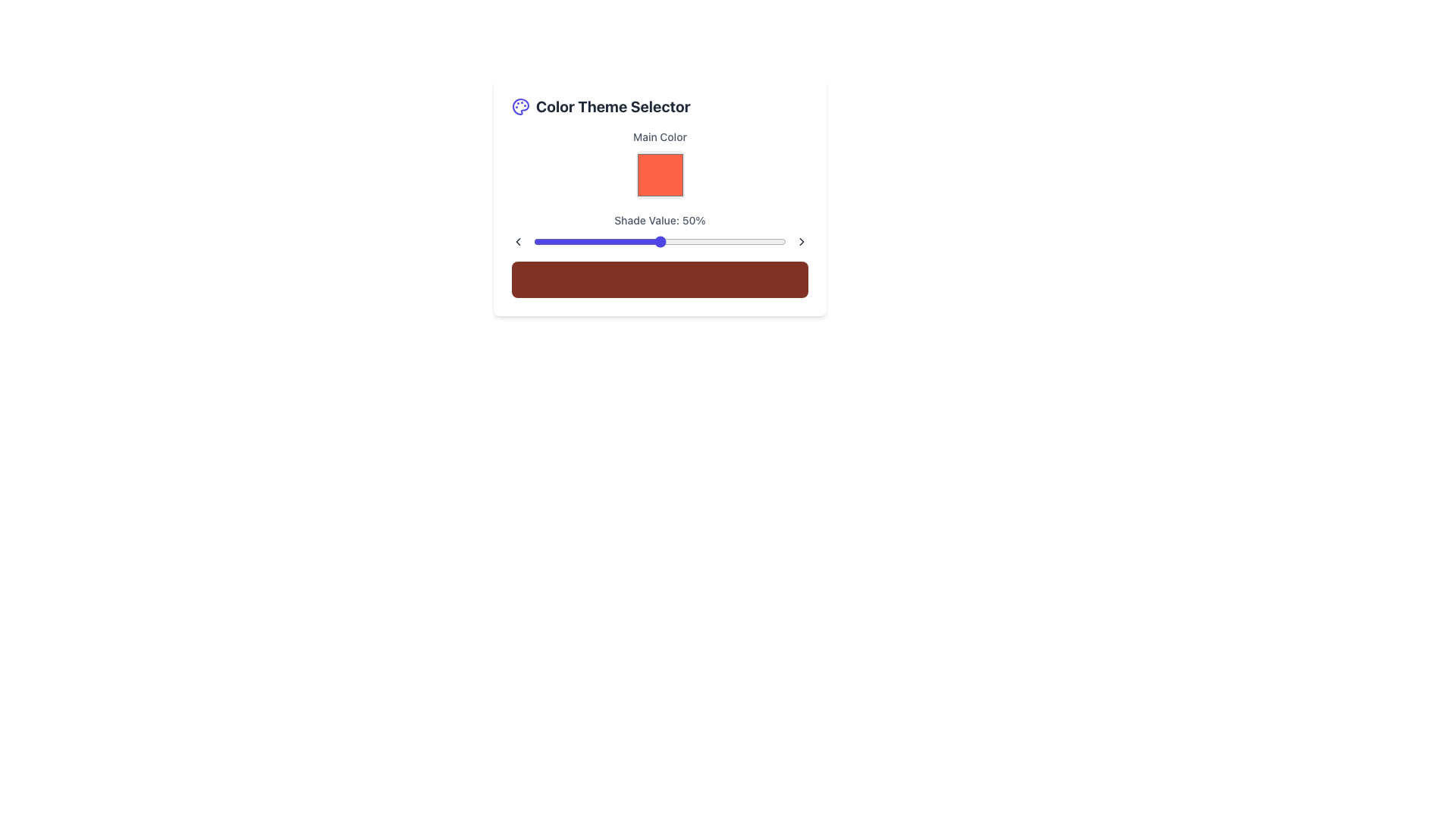 The height and width of the screenshot is (819, 1456). What do you see at coordinates (662, 241) in the screenshot?
I see `the shade value` at bounding box center [662, 241].